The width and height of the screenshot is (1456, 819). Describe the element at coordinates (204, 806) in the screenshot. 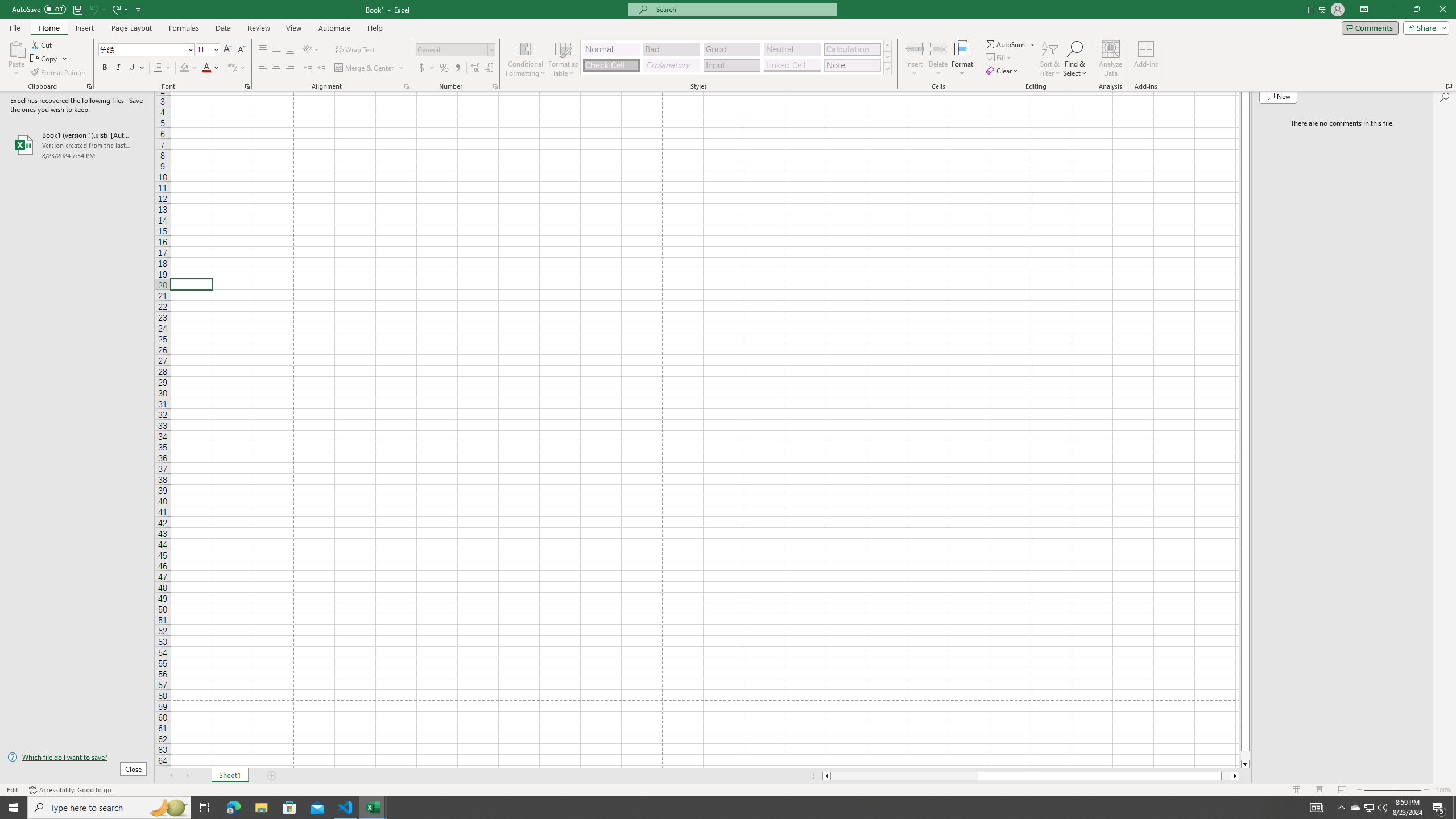

I see `'Task View'` at that location.